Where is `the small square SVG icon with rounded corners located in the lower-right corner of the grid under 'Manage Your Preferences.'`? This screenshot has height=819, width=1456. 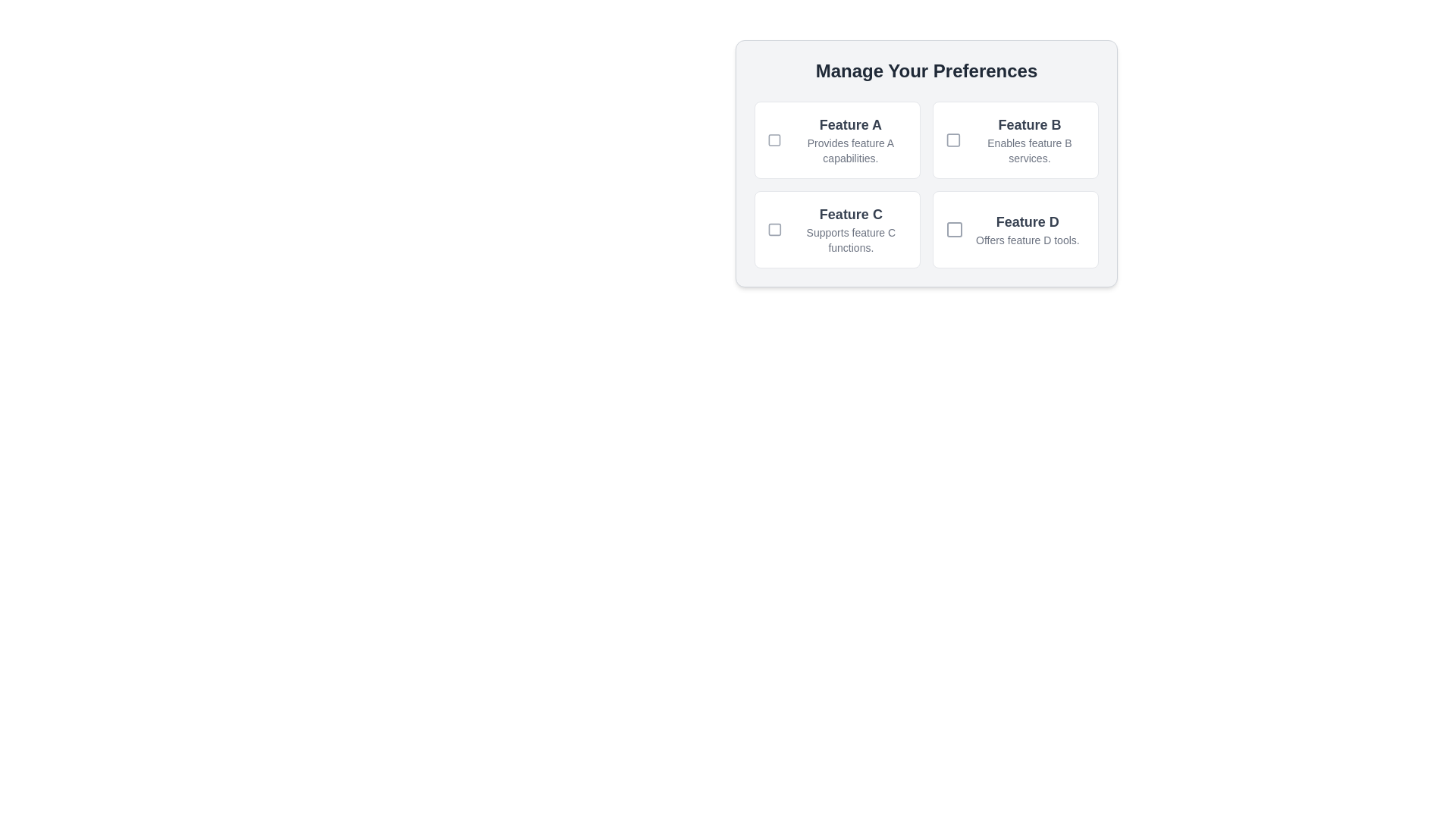
the small square SVG icon with rounded corners located in the lower-right corner of the grid under 'Manage Your Preferences.' is located at coordinates (953, 230).